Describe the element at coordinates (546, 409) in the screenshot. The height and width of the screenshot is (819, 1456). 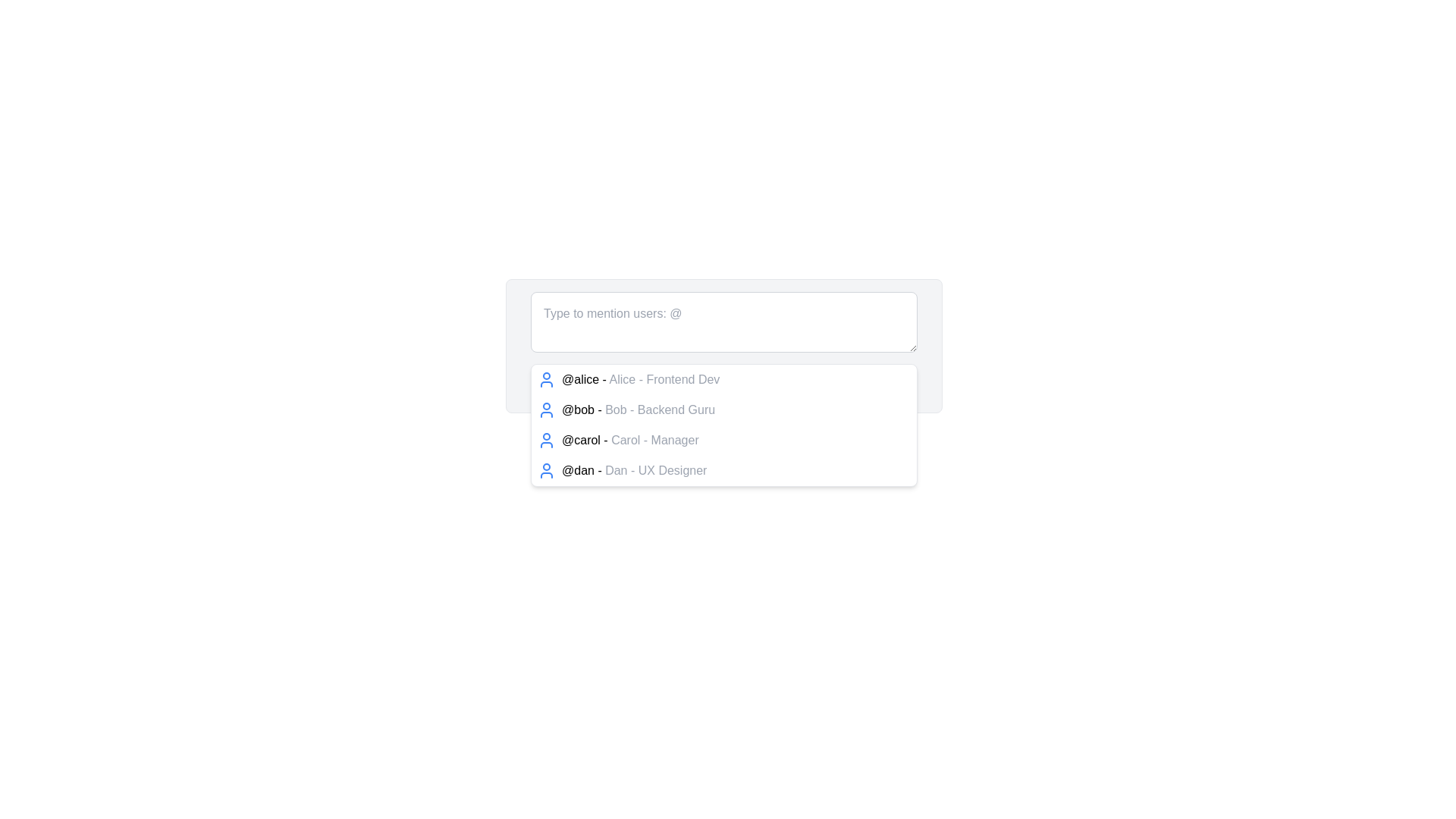
I see `the Profile icon (SVG image) which is a small user profile icon styled as a circular blue outline with a centered head-and-shoulders shape, located to the left of the text '@bob - Bob - Backend Guru'` at that location.